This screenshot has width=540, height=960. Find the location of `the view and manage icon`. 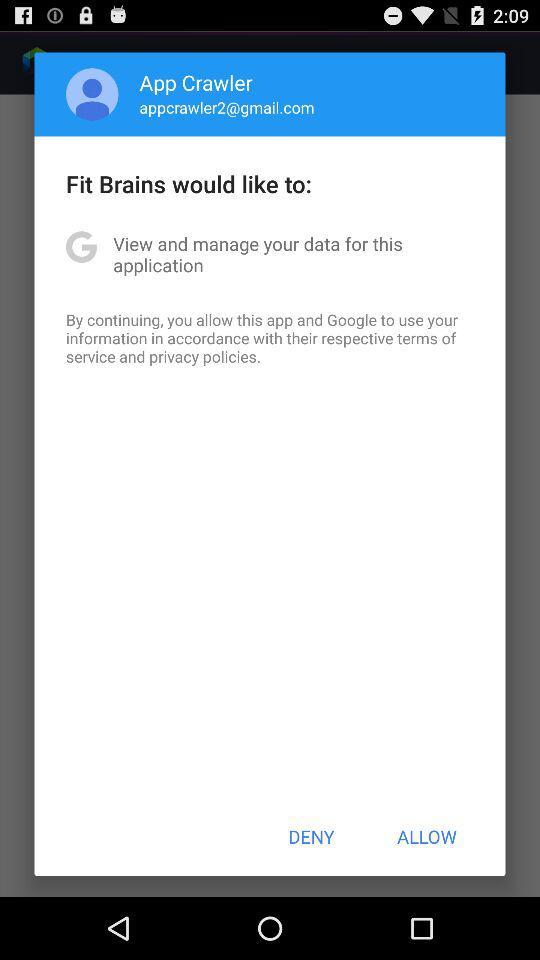

the view and manage icon is located at coordinates (270, 253).